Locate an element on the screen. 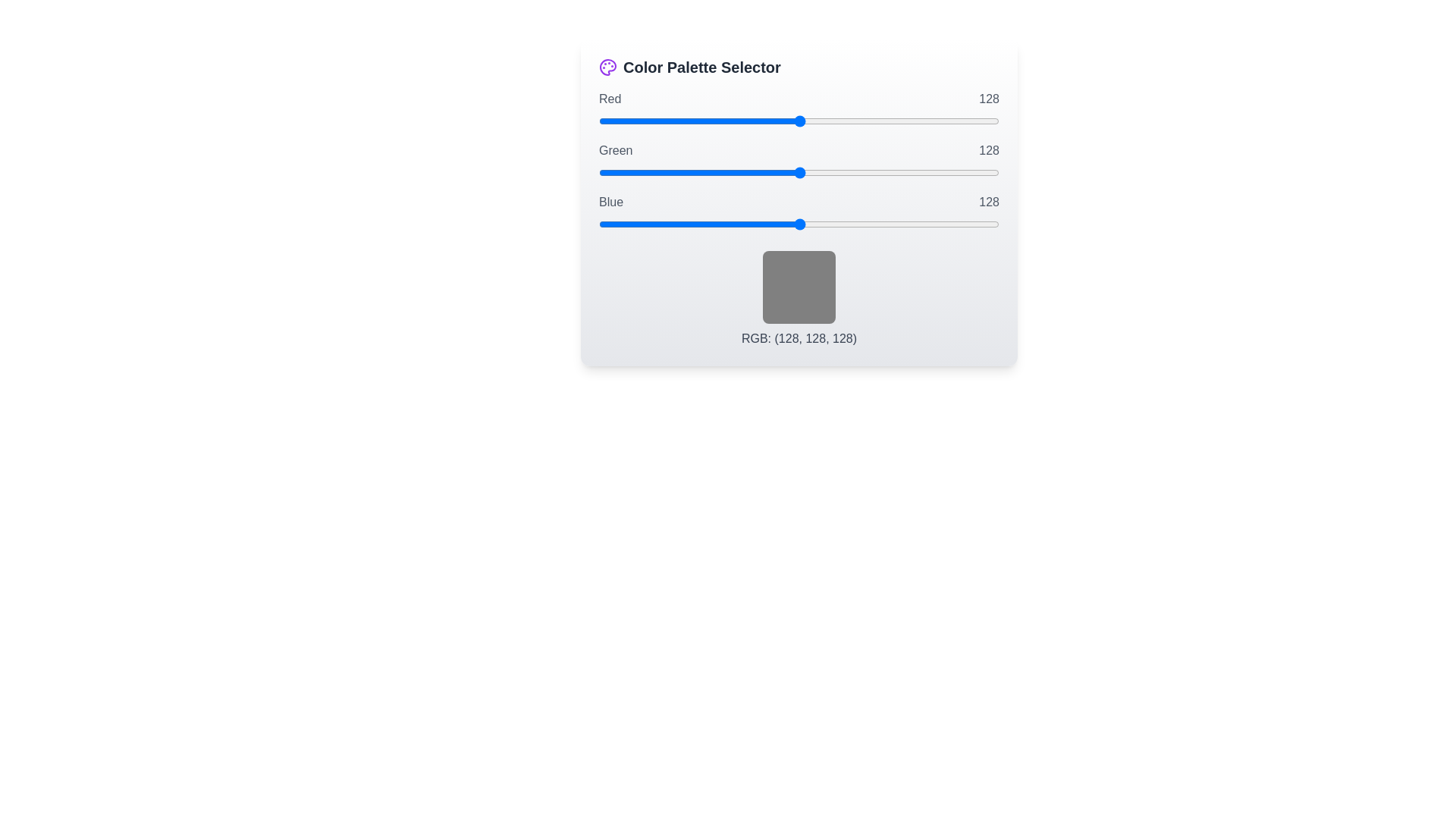  the 1 slider to 122 to observe the color preview box update is located at coordinates (799, 171).